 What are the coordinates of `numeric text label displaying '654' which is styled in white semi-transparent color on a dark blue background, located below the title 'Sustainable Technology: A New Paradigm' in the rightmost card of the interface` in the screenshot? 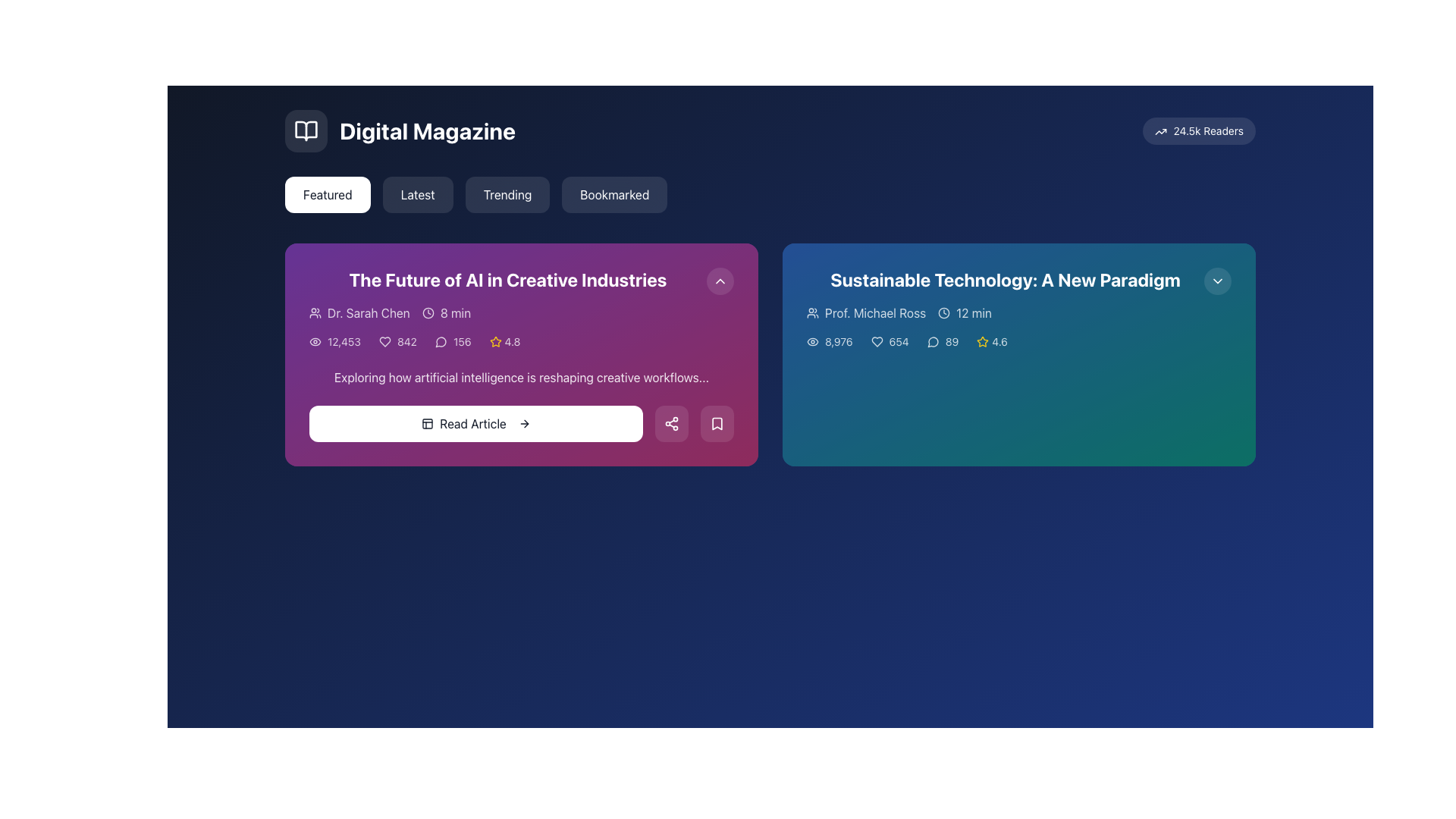 It's located at (890, 342).